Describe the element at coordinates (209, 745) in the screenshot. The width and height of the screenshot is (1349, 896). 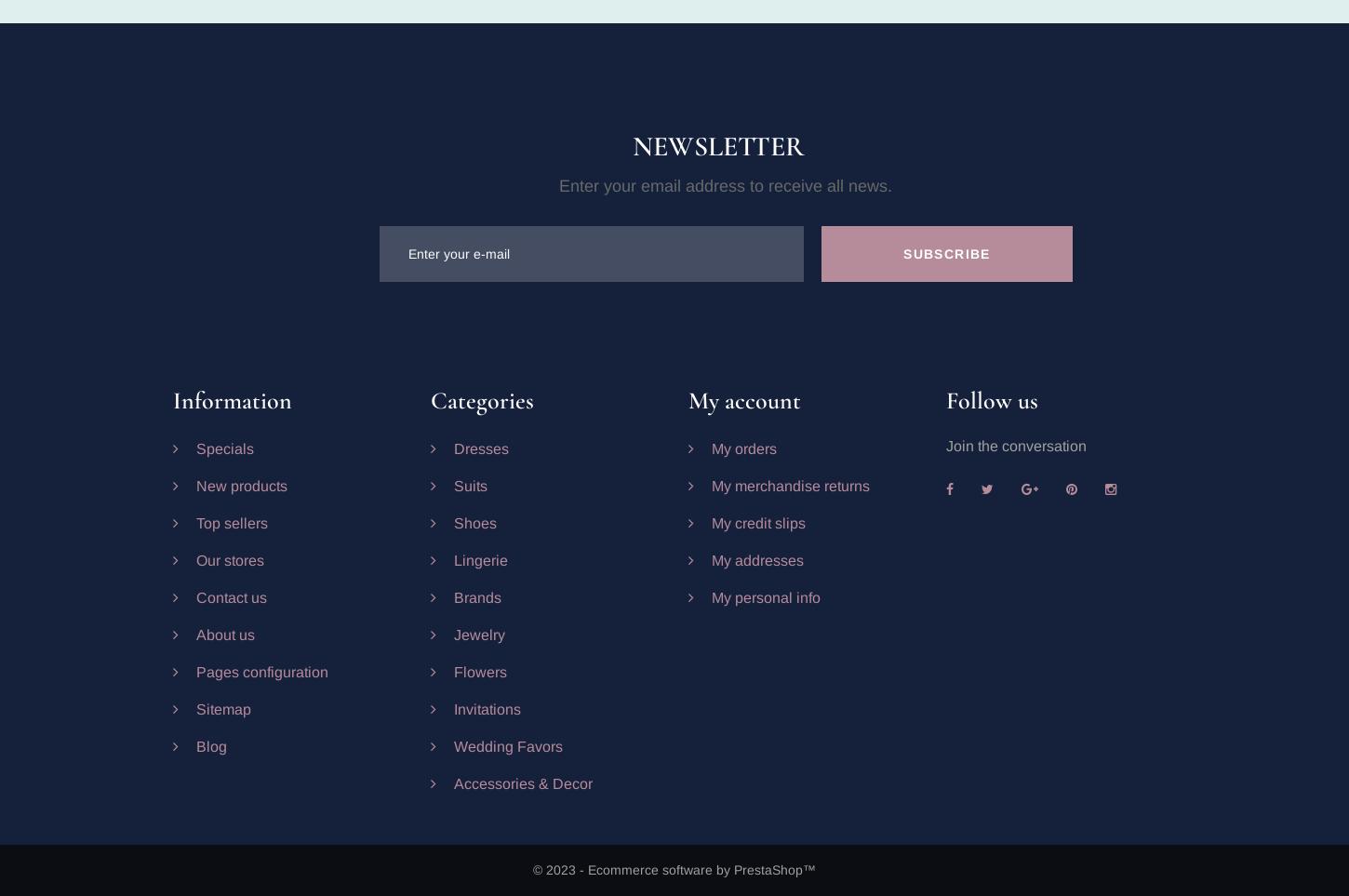
I see `'Blog'` at that location.